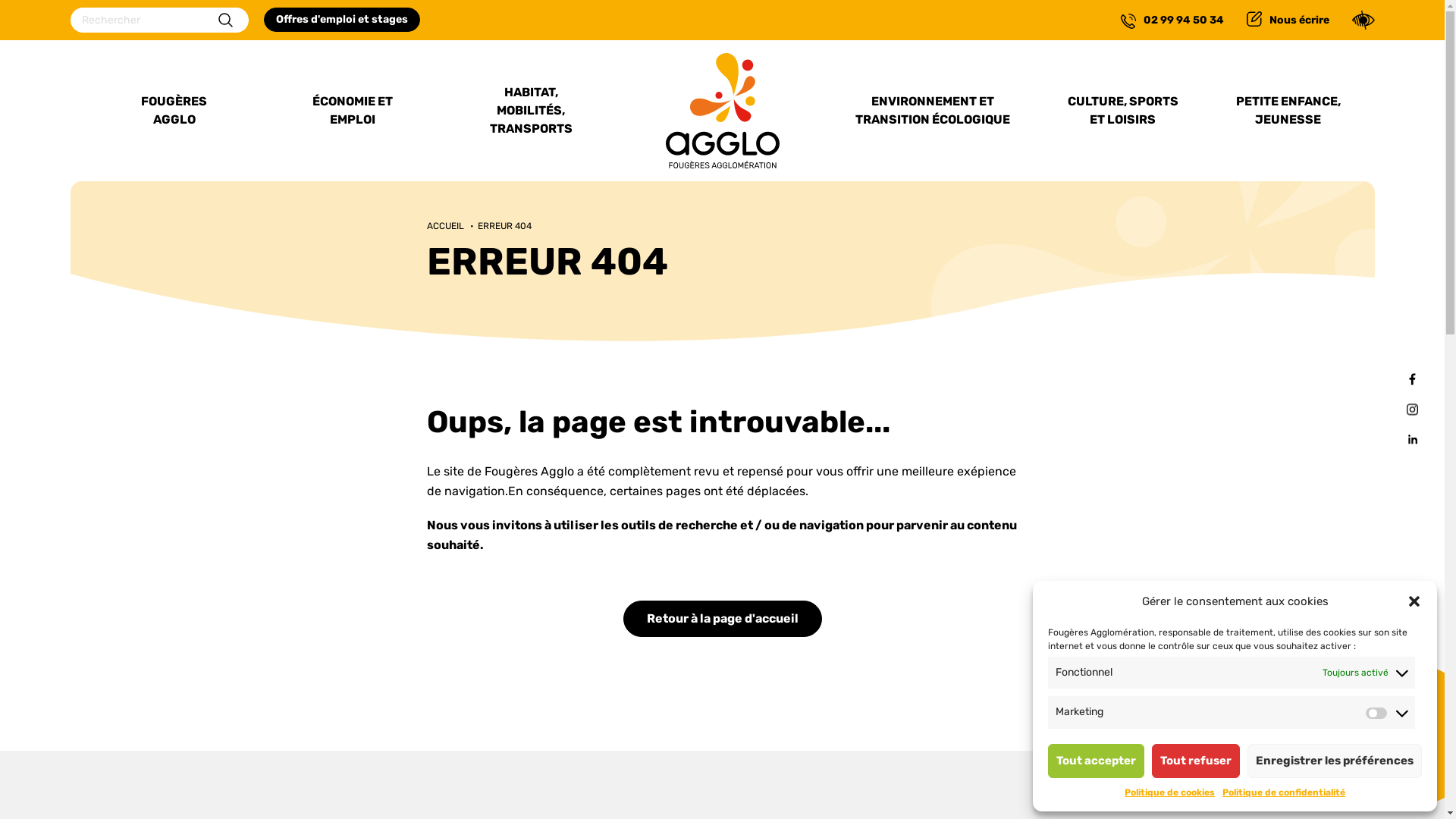 This screenshot has height=819, width=1456. What do you see at coordinates (1171, 20) in the screenshot?
I see `'02 99 94 50 34'` at bounding box center [1171, 20].